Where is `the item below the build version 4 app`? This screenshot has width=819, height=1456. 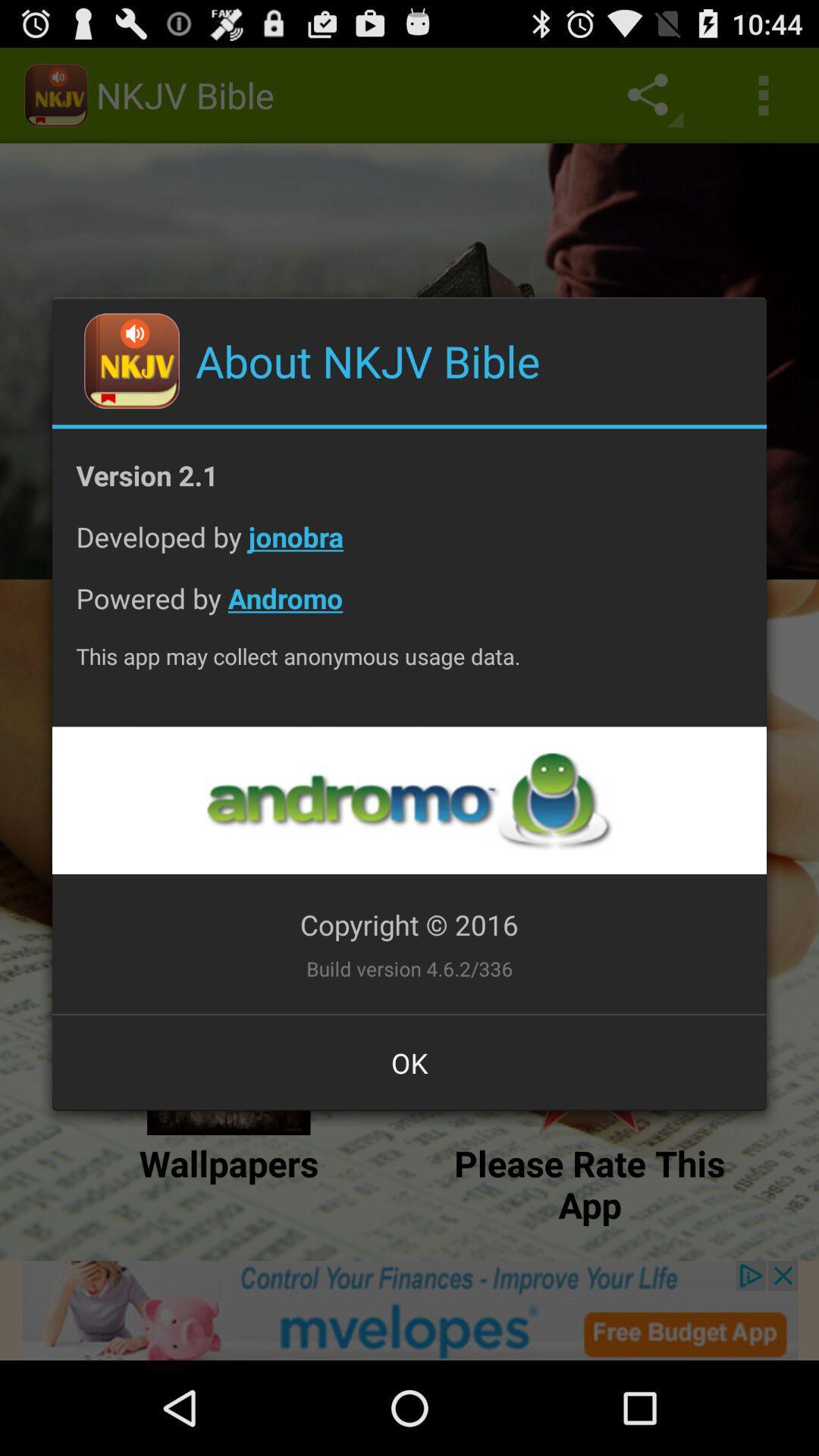 the item below the build version 4 app is located at coordinates (409, 1062).